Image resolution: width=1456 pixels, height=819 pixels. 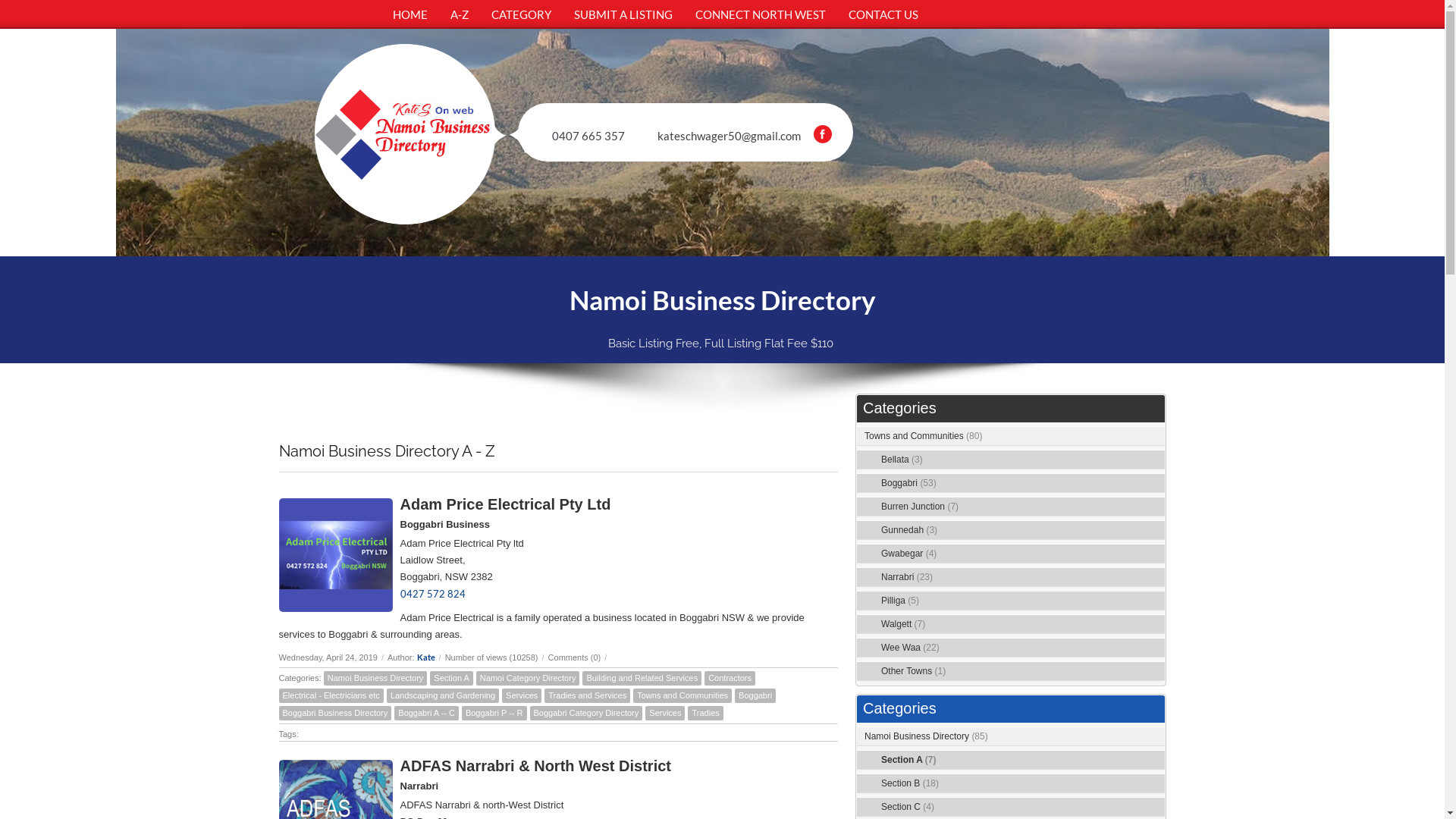 I want to click on 'Walgett (7)', so click(x=902, y=623).